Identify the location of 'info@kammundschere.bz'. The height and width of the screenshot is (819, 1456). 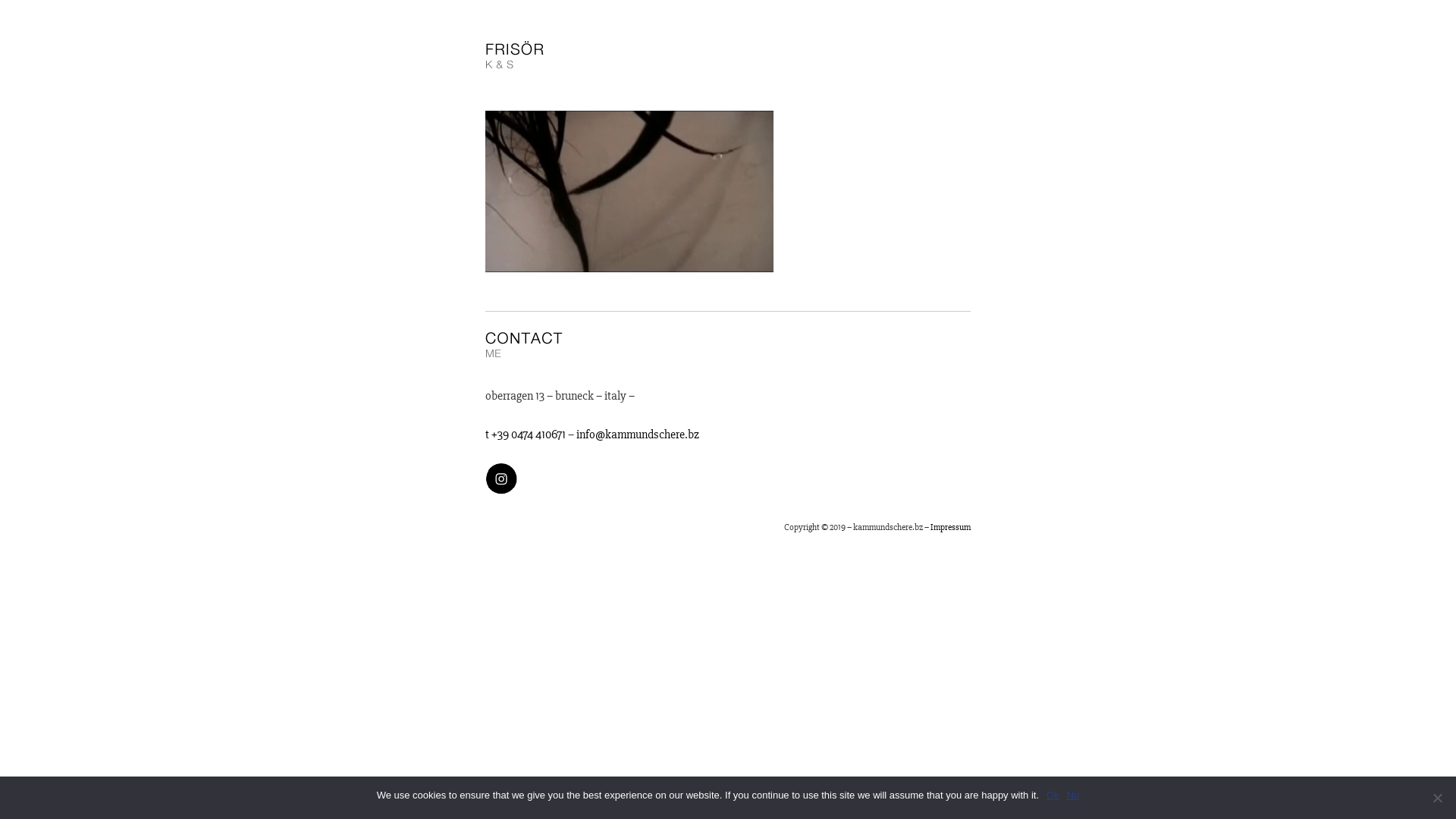
(575, 435).